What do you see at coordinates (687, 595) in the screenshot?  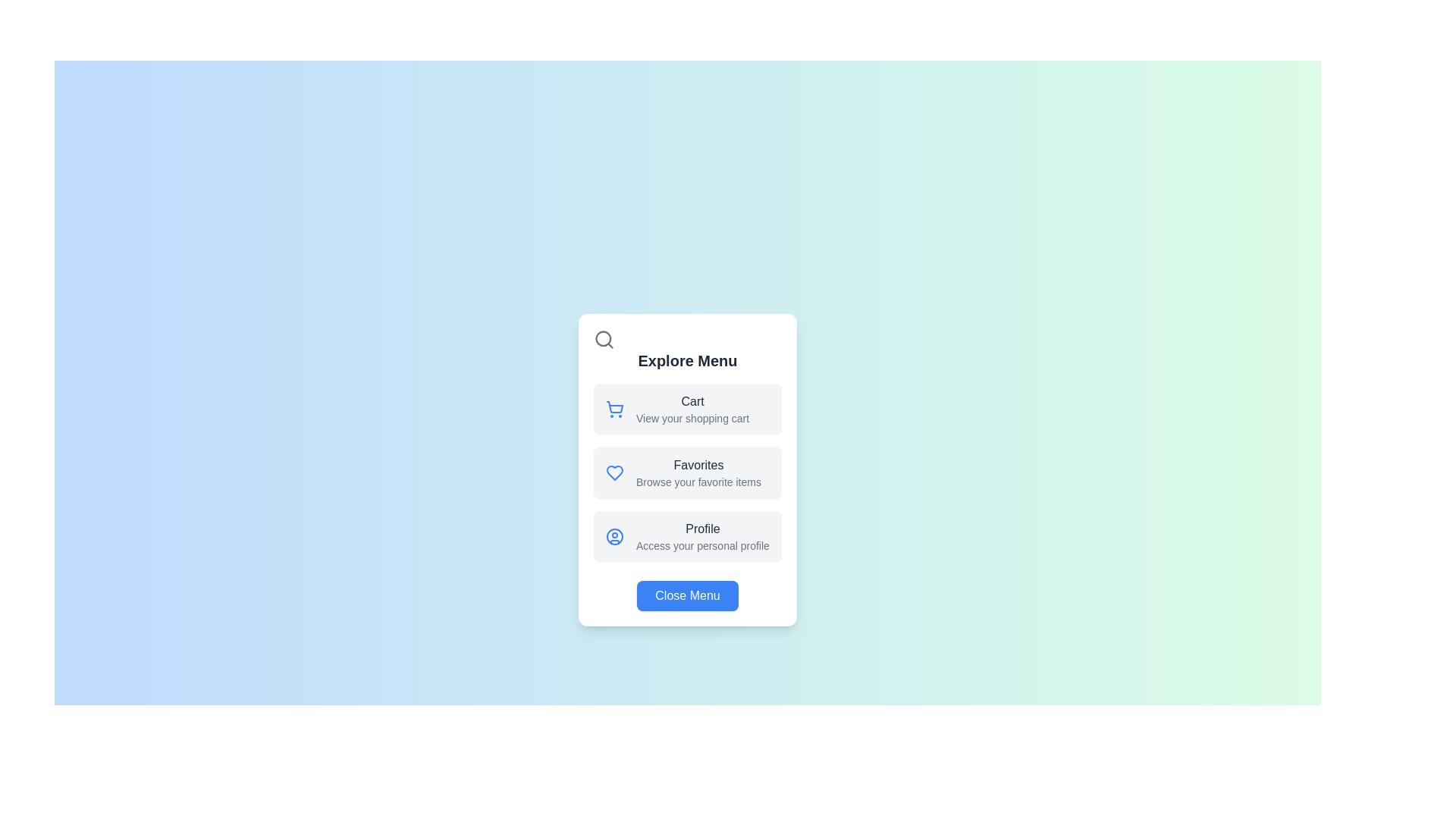 I see `the 'Close Menu' button to close the menu` at bounding box center [687, 595].